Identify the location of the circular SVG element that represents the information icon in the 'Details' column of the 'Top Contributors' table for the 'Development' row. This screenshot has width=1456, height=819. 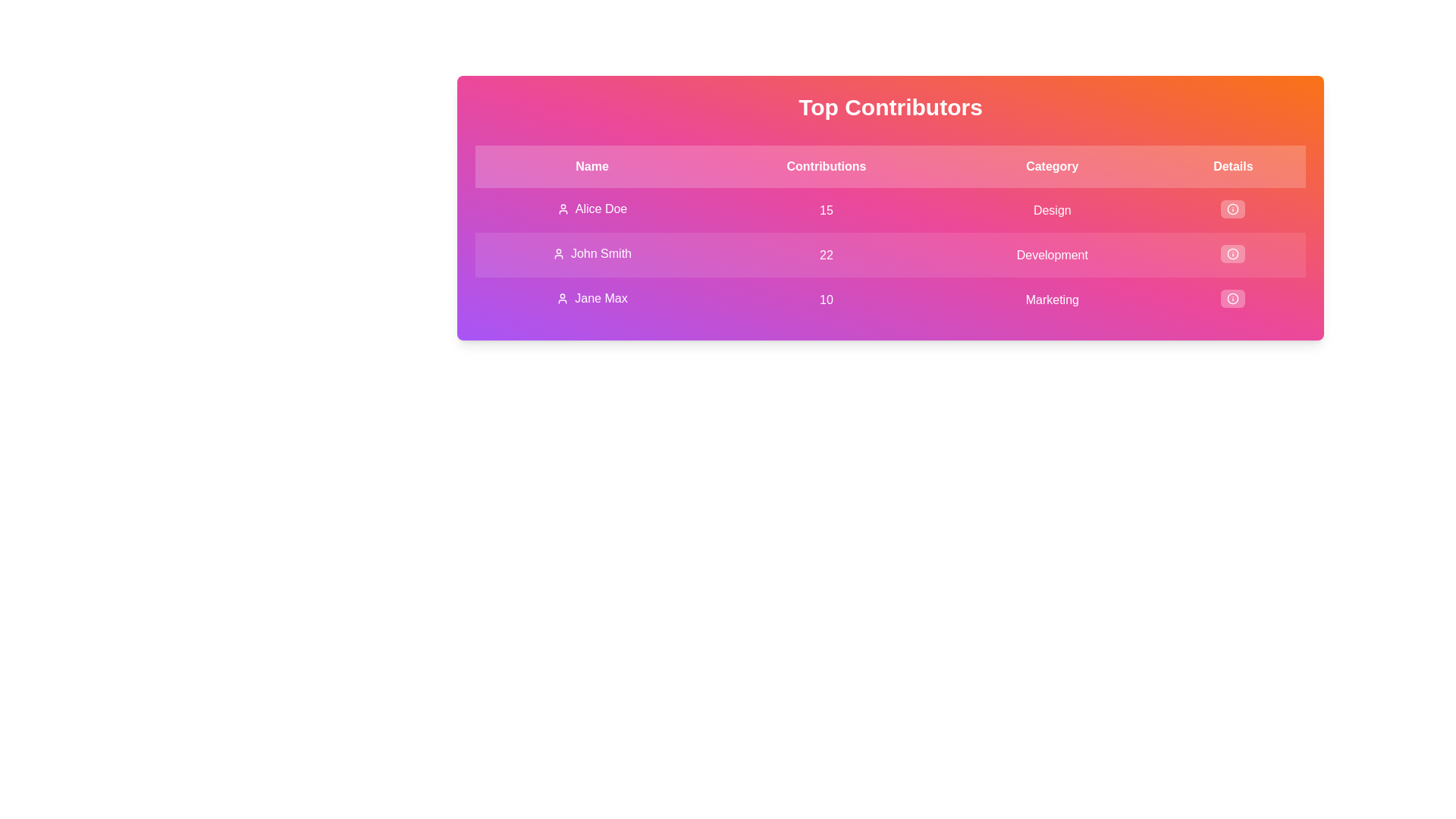
(1233, 253).